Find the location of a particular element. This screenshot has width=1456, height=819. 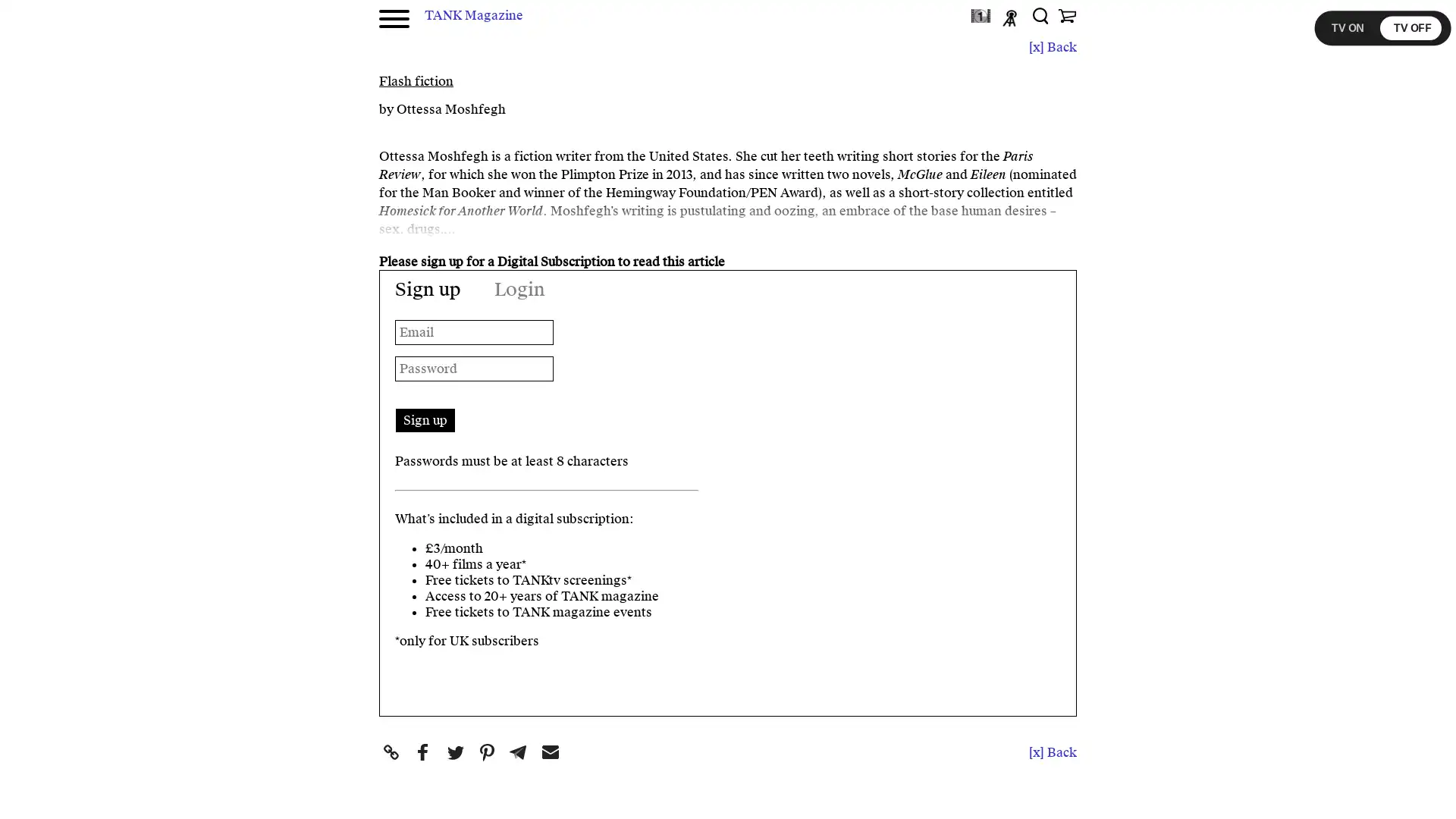

Share to Telegram is located at coordinates (522, 752).